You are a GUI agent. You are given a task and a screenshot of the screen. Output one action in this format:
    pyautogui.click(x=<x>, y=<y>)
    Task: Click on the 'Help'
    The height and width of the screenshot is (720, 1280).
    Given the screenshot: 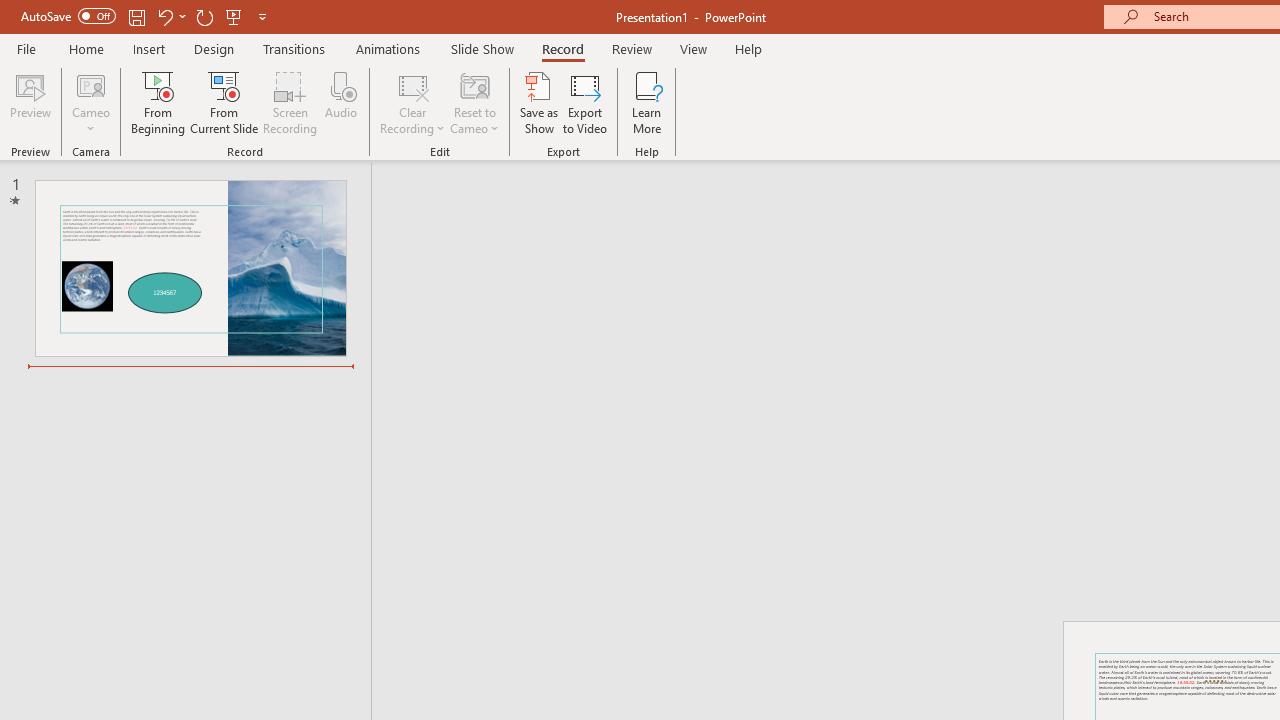 What is the action you would take?
    pyautogui.click(x=747, y=48)
    